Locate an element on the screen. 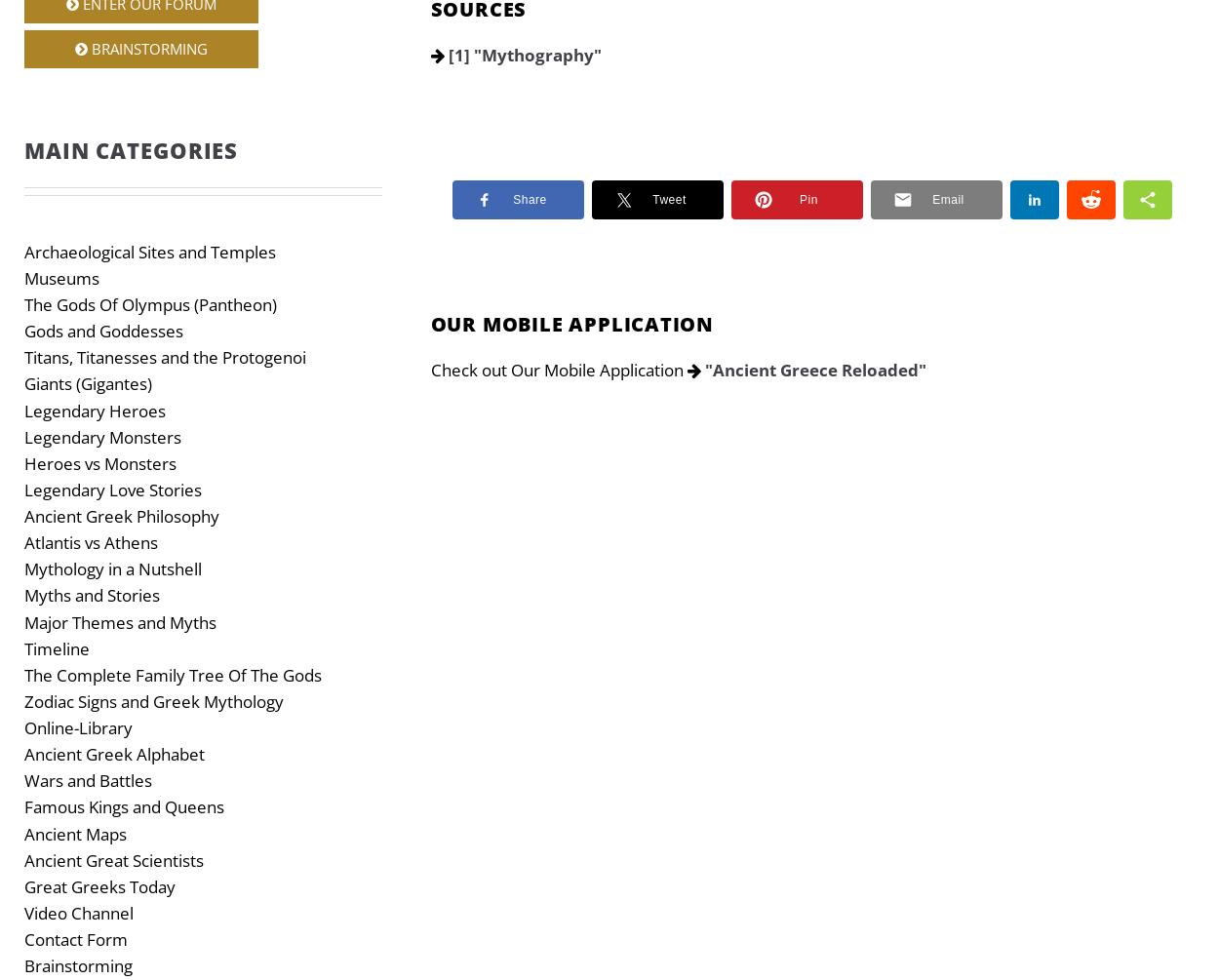 The width and height of the screenshot is (1219, 980). 'Legendary Heroes' is located at coordinates (94, 410).